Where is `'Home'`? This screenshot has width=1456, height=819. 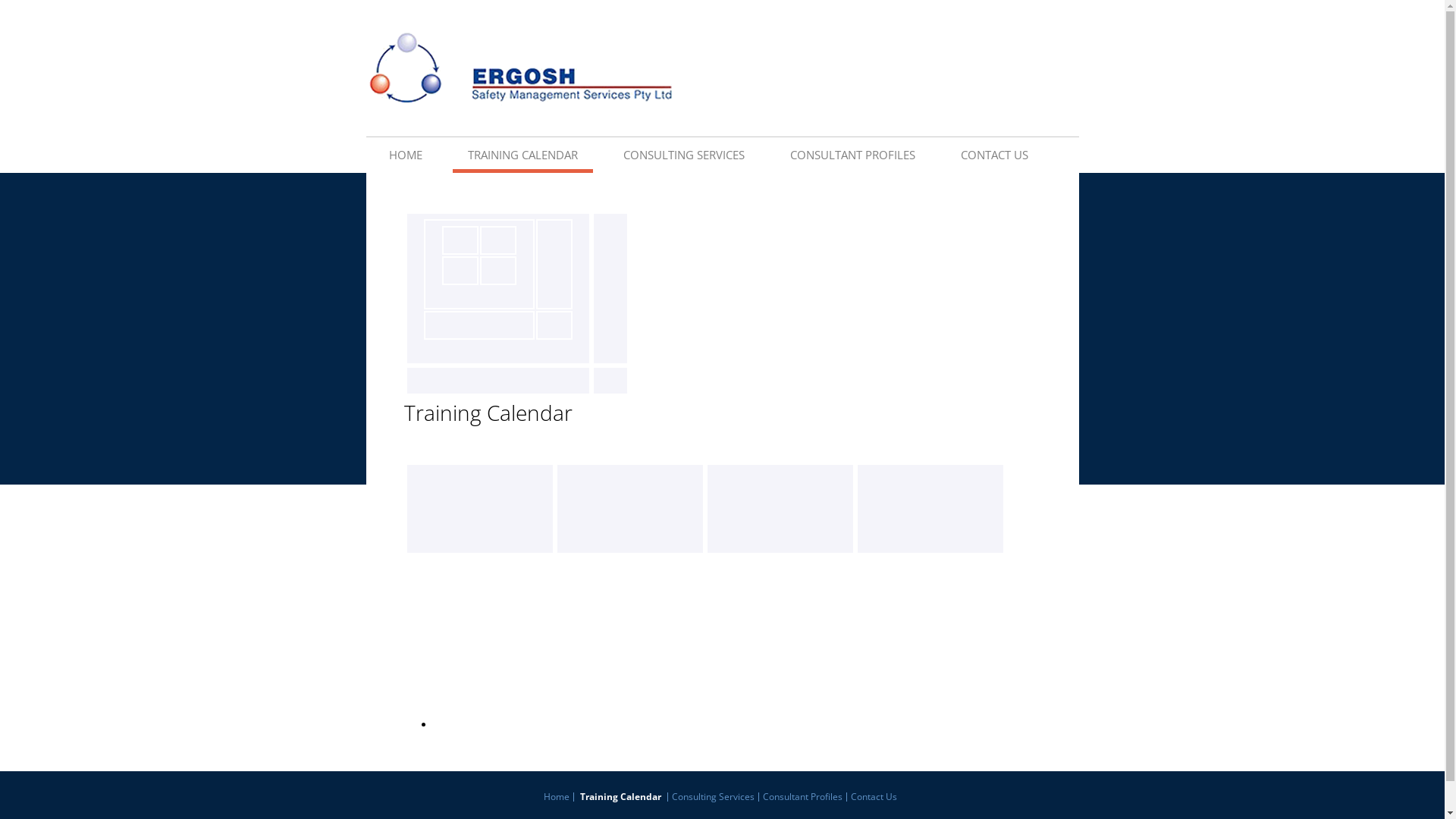 'Home' is located at coordinates (558, 795).